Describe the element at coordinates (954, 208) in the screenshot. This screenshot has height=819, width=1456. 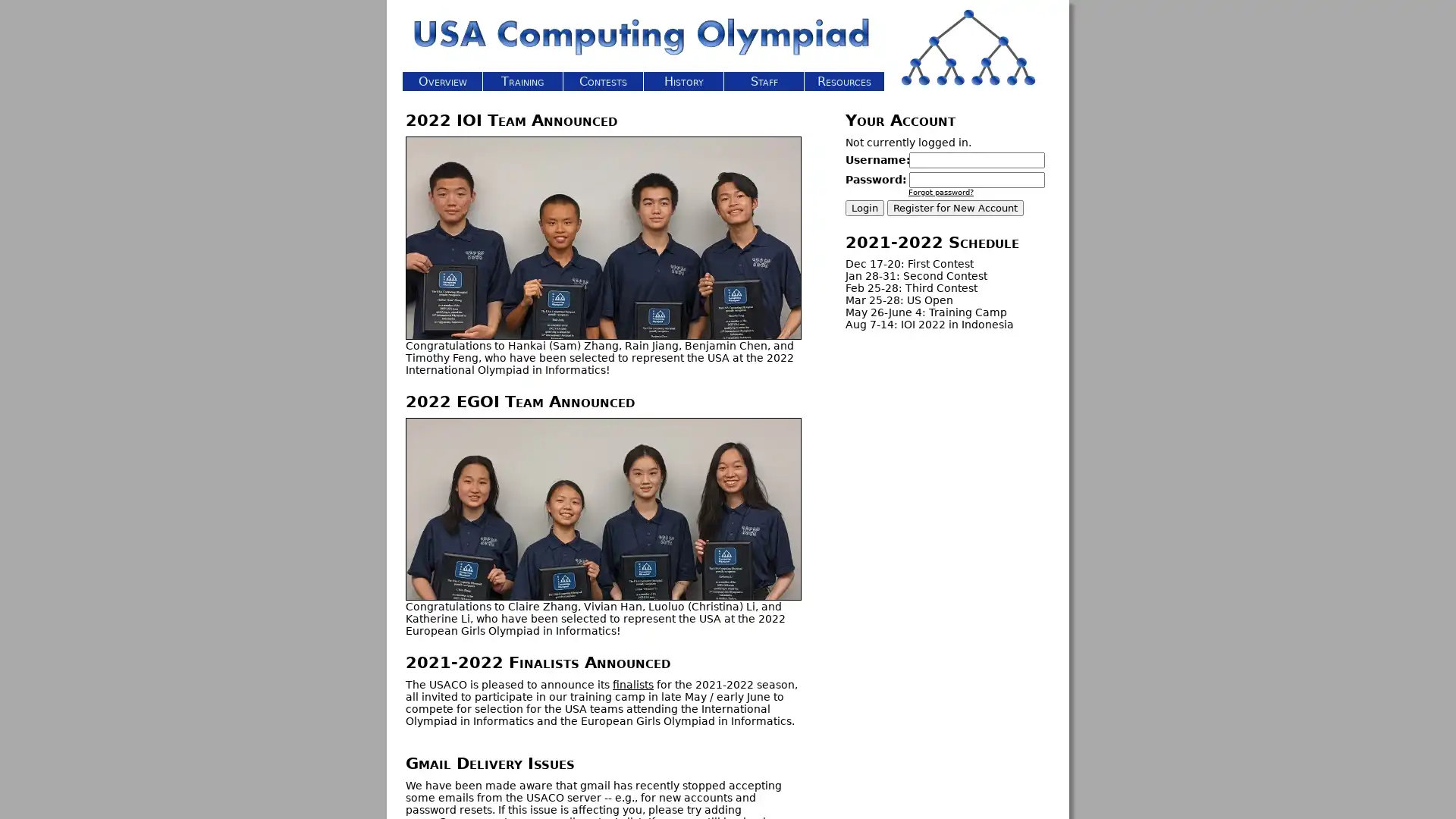
I see `Register for New Account` at that location.